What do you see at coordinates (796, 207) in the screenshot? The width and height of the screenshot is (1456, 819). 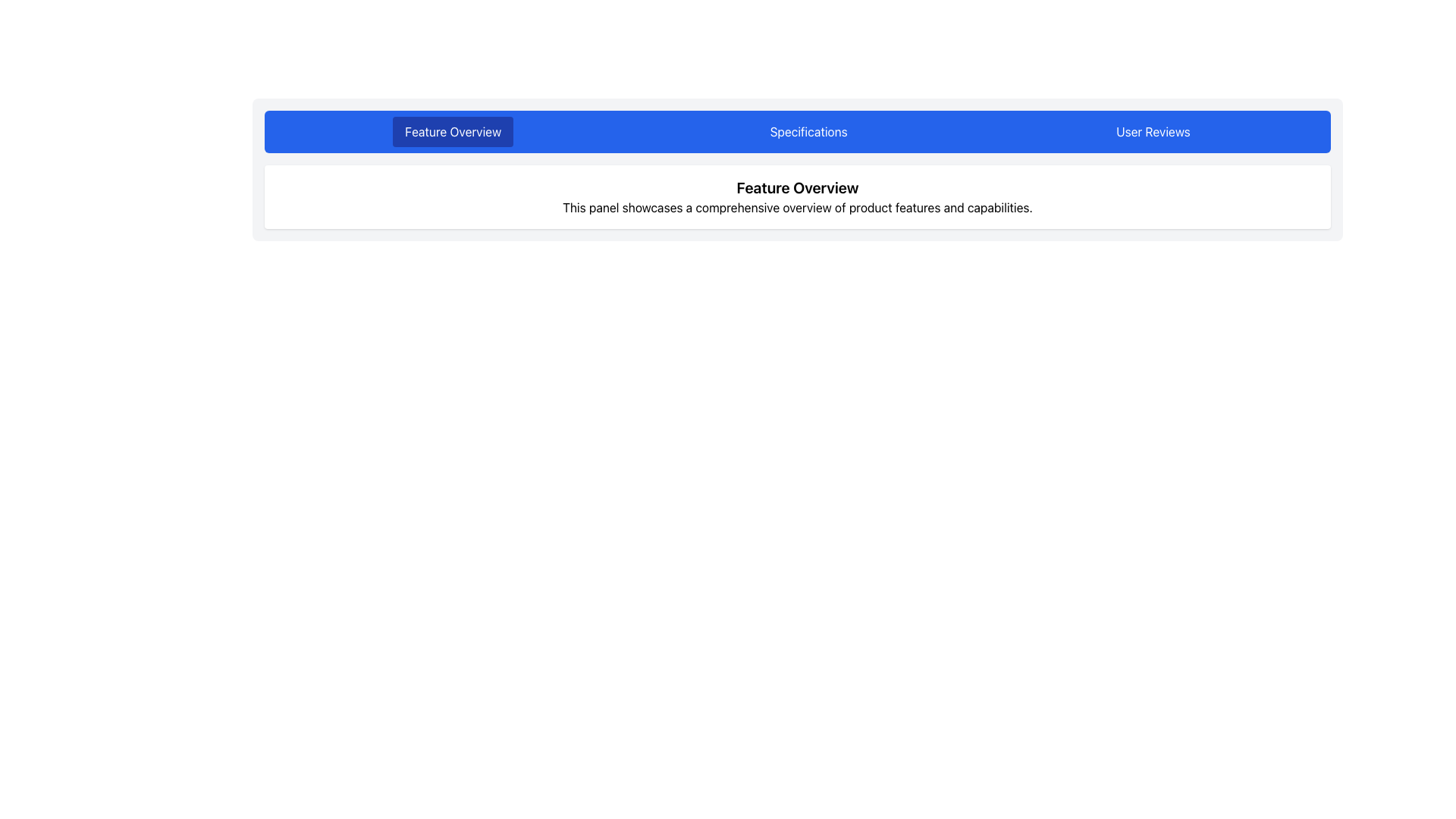 I see `text label that states 'This panel showcases a comprehensive overview of product features and capabilities.' located below the title 'Feature Overview'` at bounding box center [796, 207].